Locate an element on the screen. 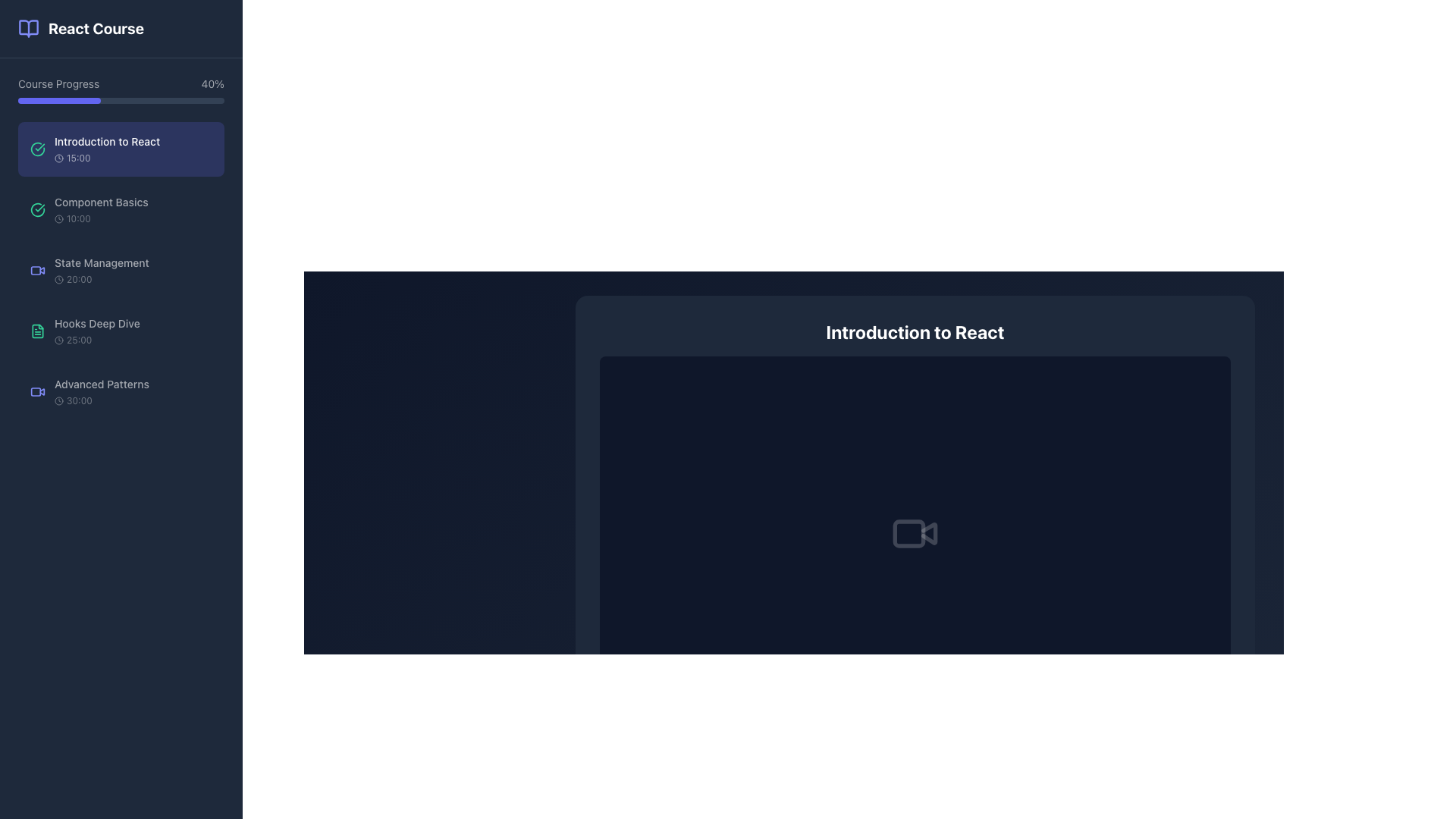  the decorative time-related icon located to the left of the text '30:00' in the 'Advanced Patterns' list item on the sidebar is located at coordinates (58, 400).